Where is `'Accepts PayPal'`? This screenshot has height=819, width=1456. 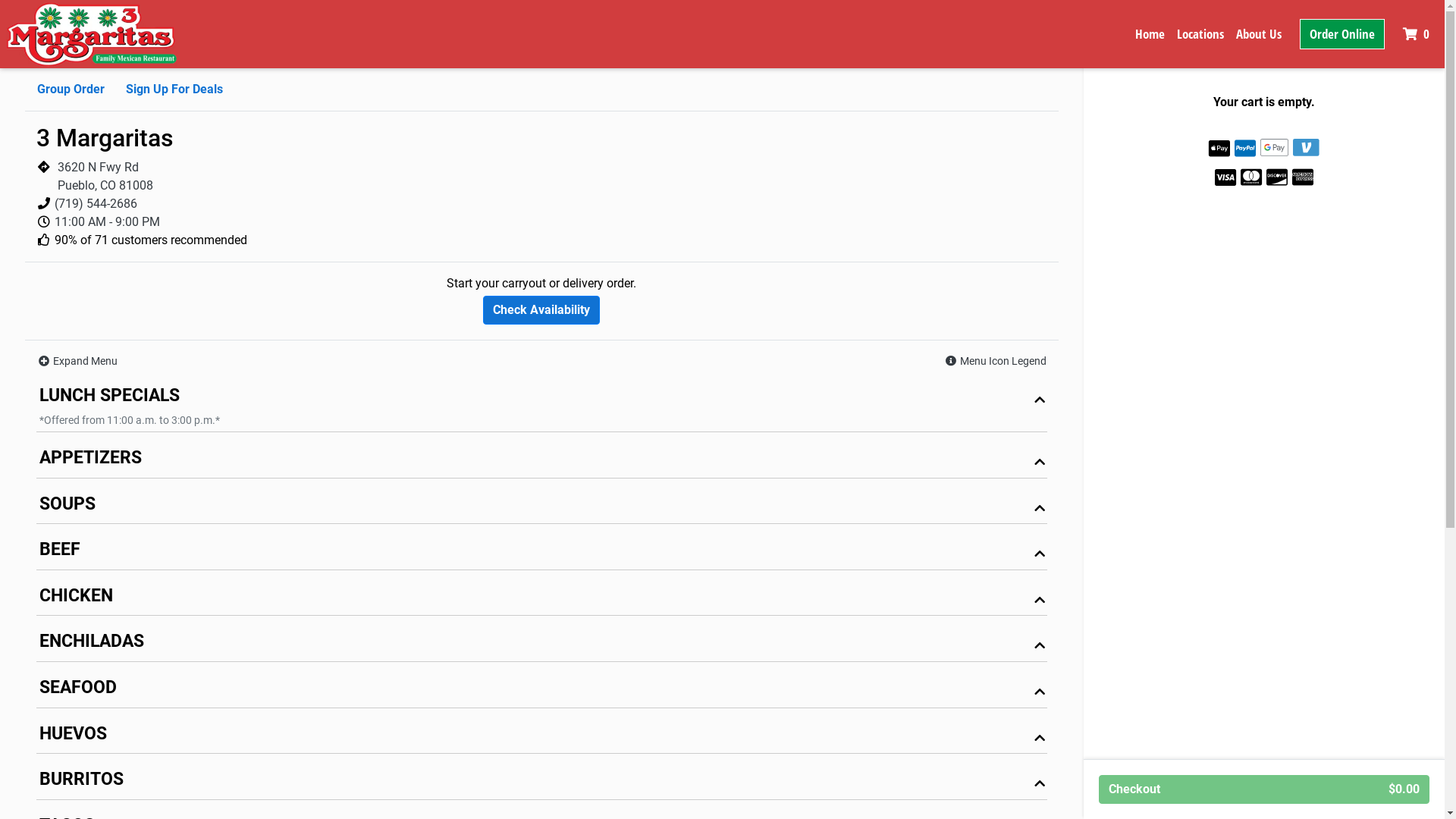 'Accepts PayPal' is located at coordinates (1244, 148).